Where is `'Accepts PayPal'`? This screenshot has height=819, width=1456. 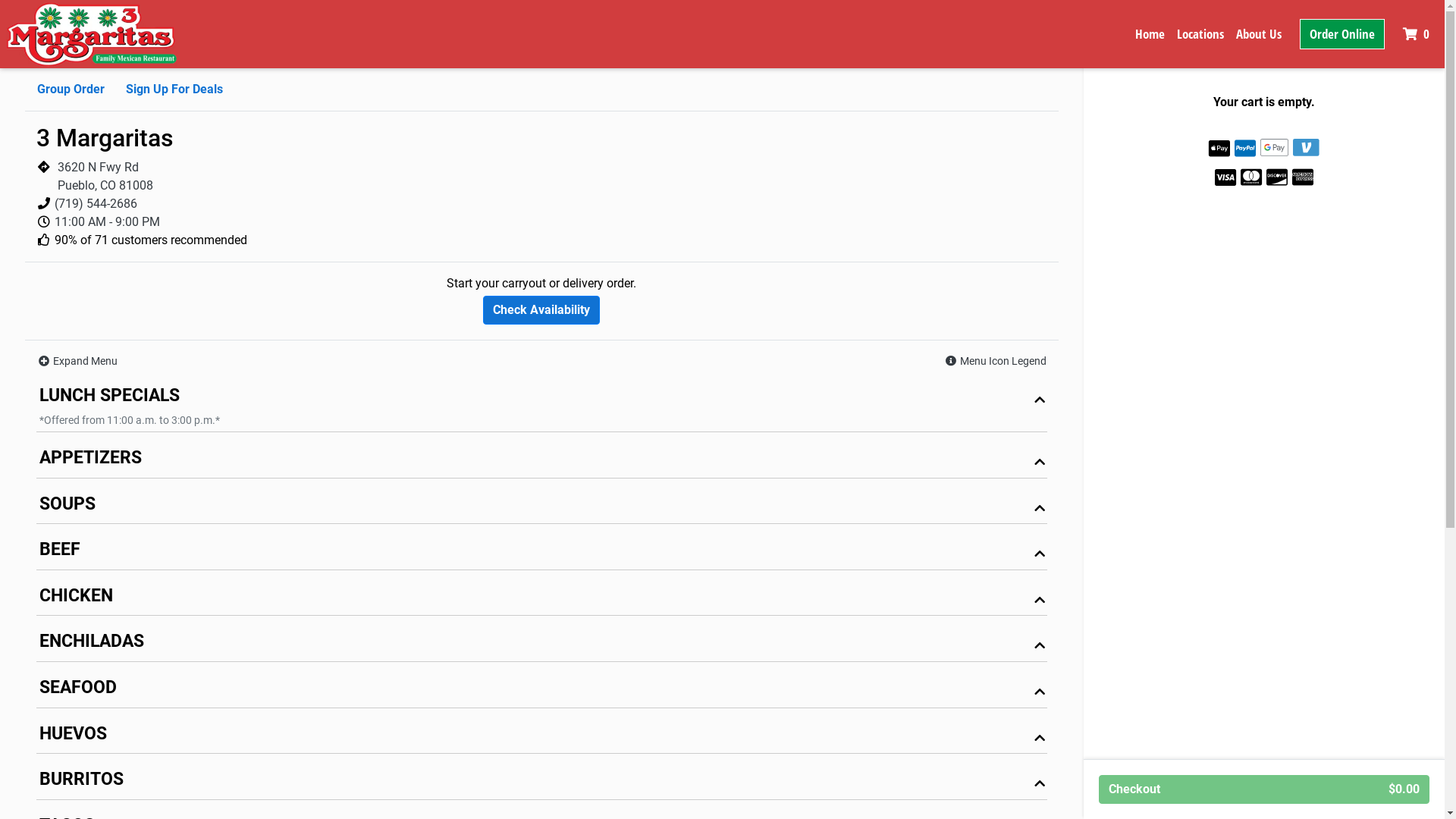 'Accepts PayPal' is located at coordinates (1244, 148).